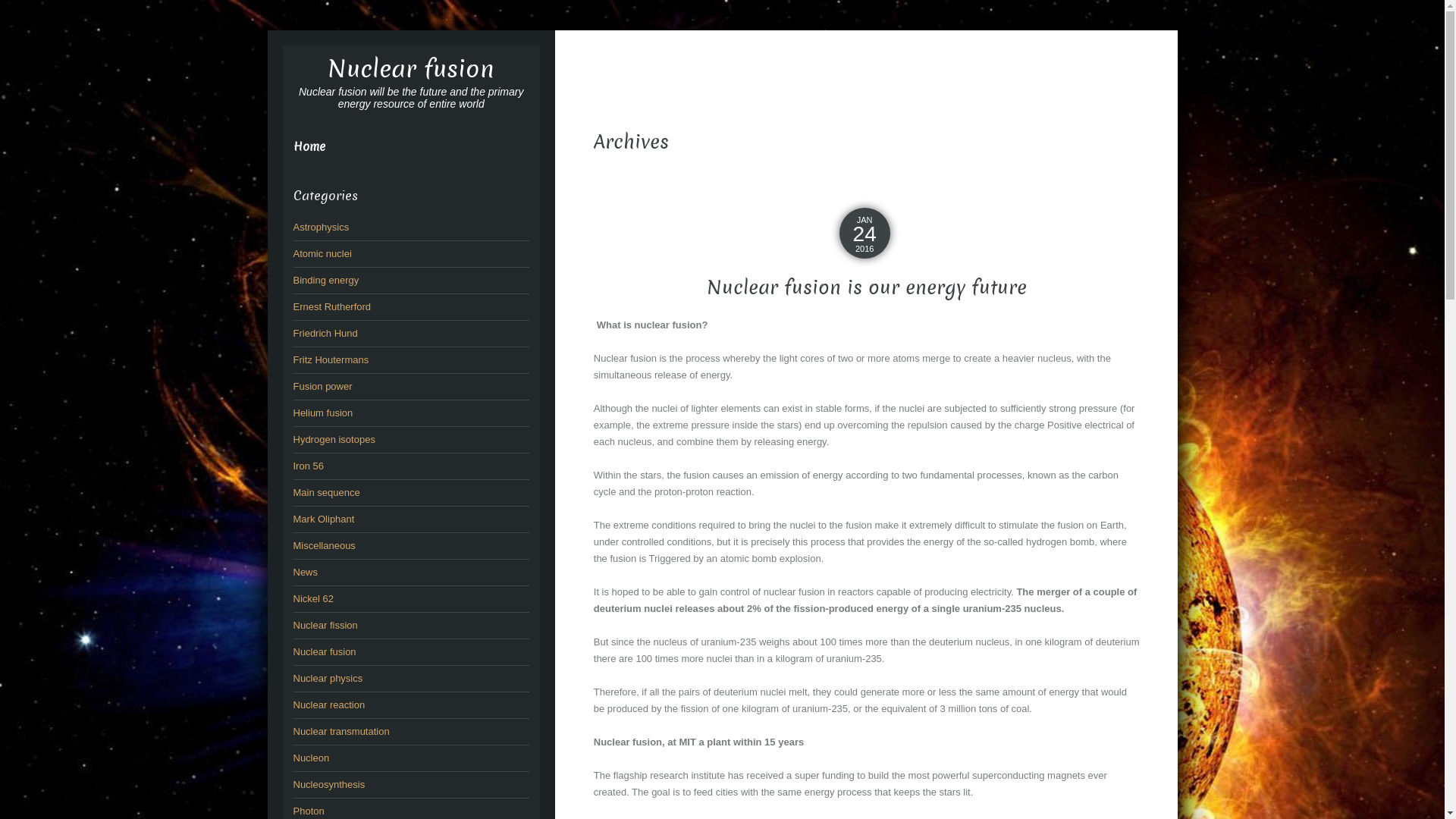 This screenshot has height=819, width=1456. I want to click on 'Nucleon', so click(309, 758).